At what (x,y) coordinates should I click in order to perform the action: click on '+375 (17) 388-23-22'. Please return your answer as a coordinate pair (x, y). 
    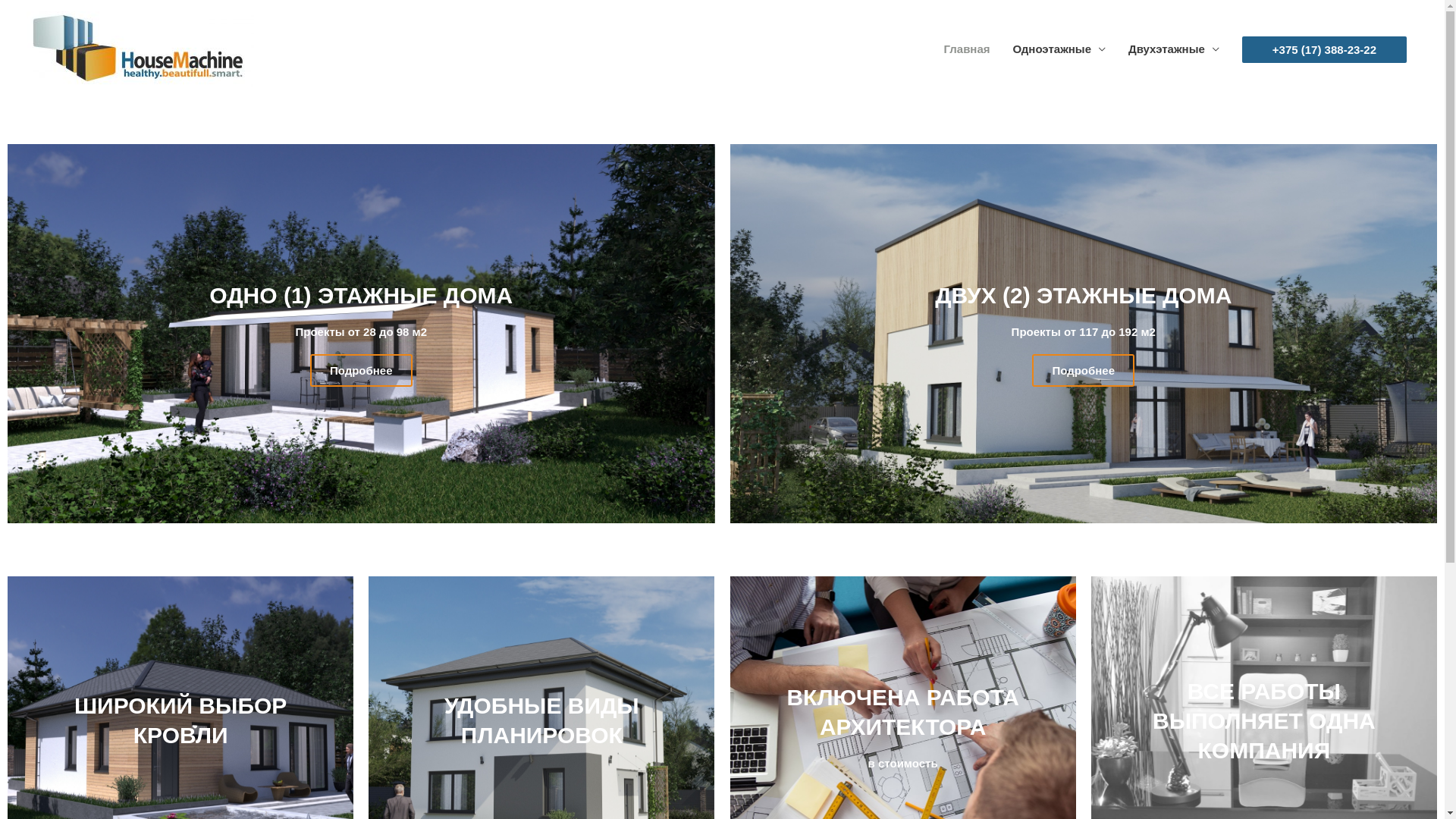
    Looking at the image, I should click on (1323, 49).